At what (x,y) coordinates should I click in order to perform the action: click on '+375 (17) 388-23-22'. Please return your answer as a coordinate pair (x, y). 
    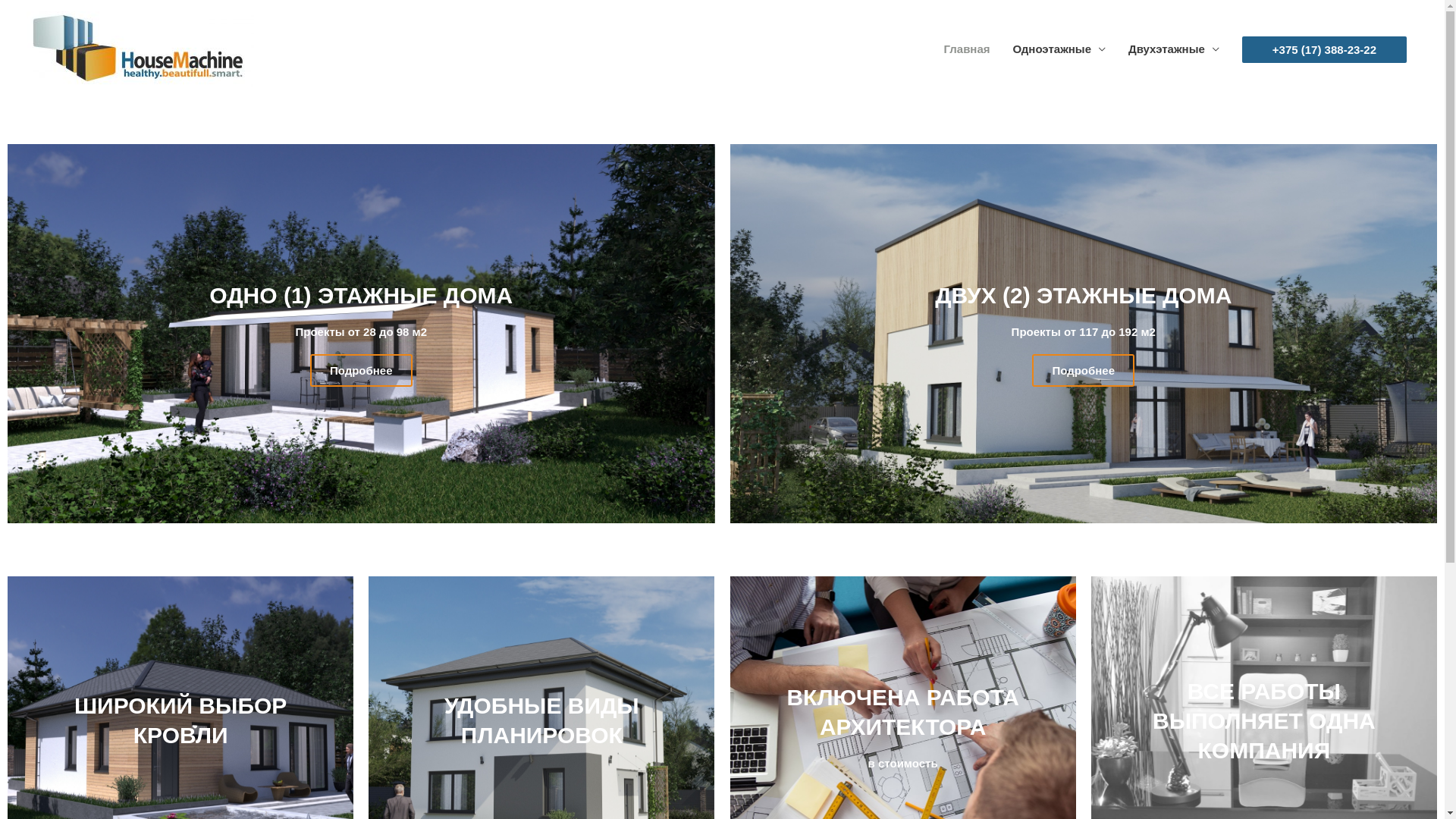
    Looking at the image, I should click on (1323, 49).